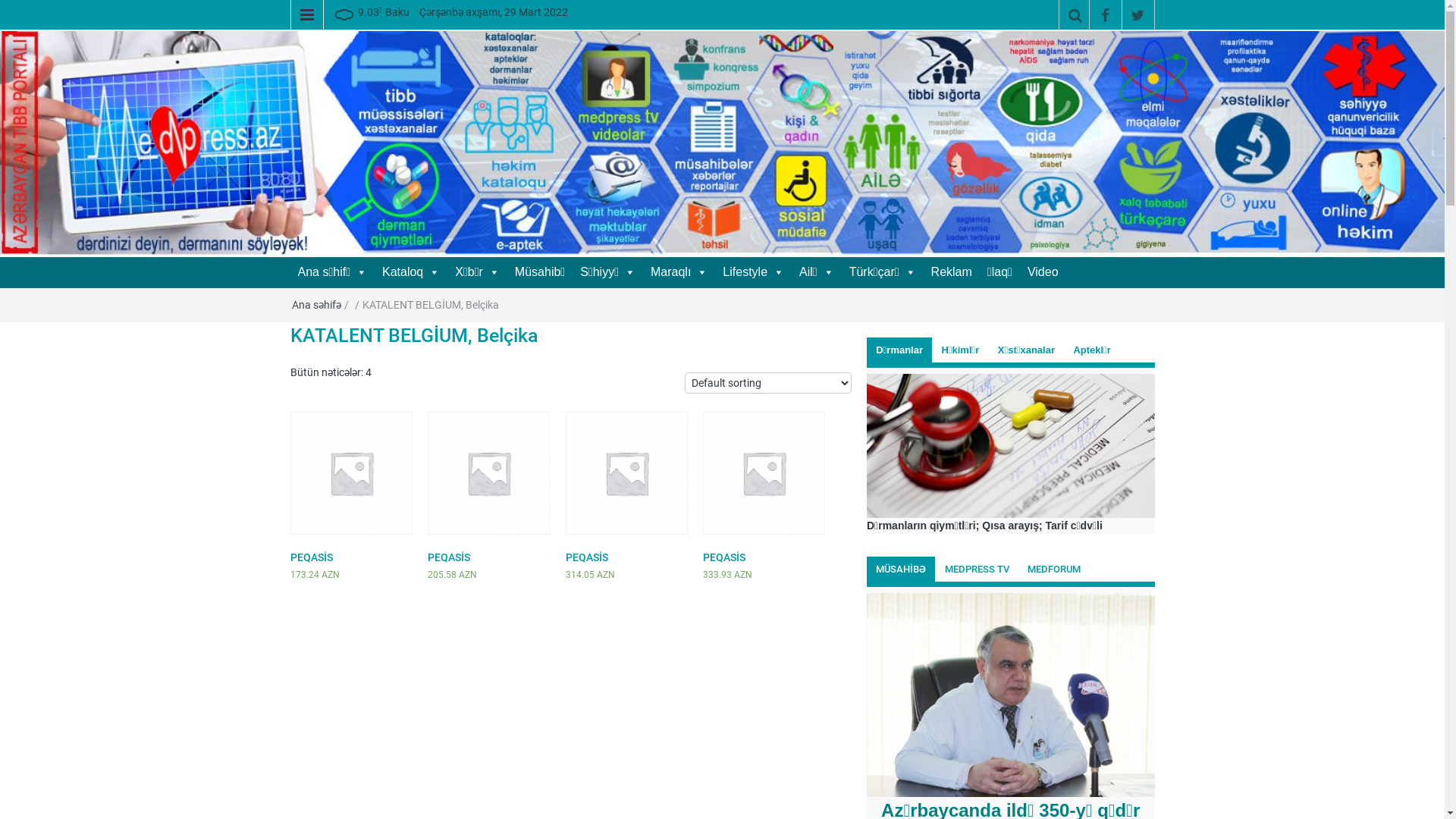 This screenshot has height=819, width=1456. Describe the element at coordinates (753, 271) in the screenshot. I see `'Lifestyle'` at that location.